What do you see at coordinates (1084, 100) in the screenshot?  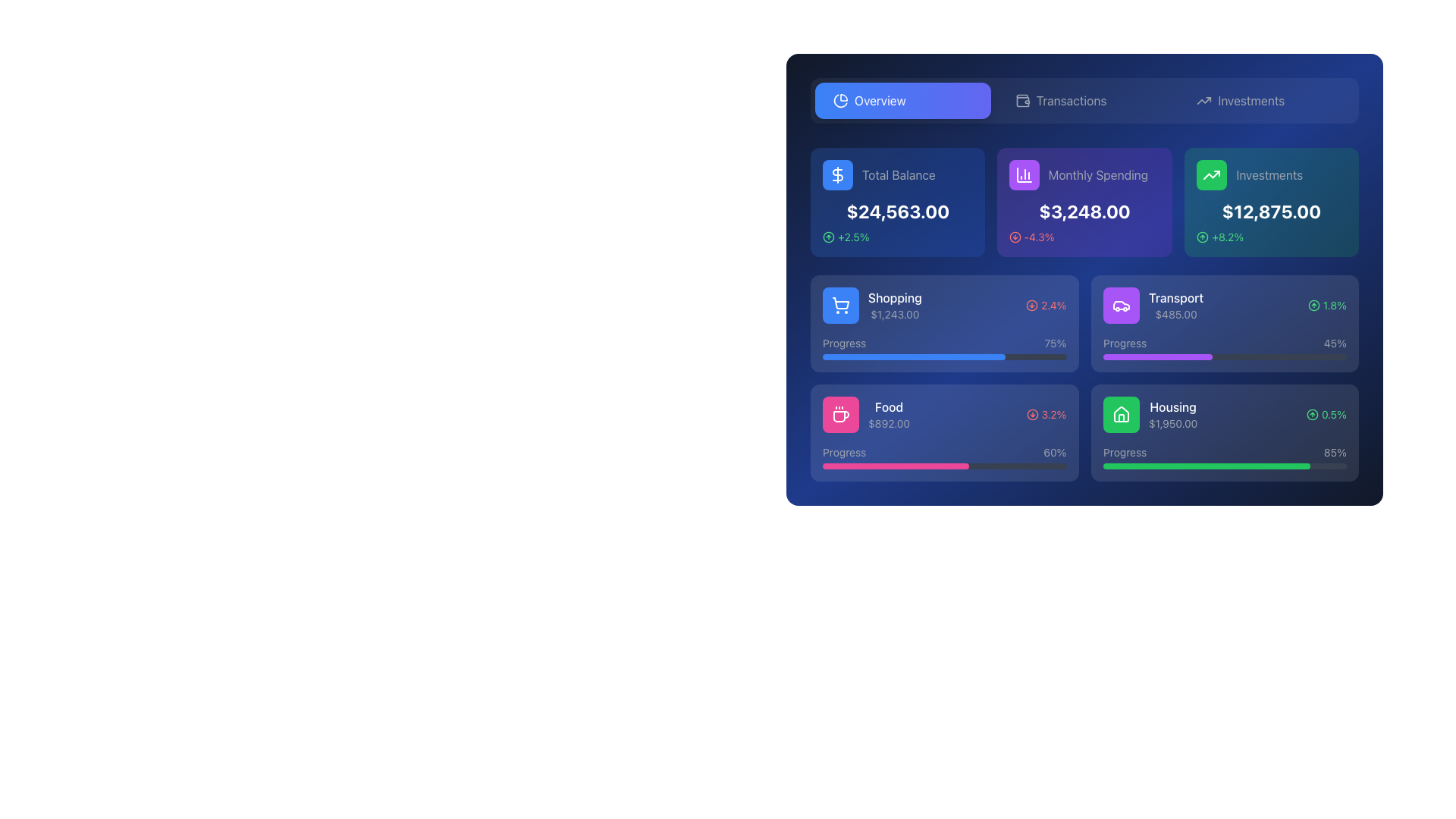 I see `the 'Transactions' button located` at bounding box center [1084, 100].